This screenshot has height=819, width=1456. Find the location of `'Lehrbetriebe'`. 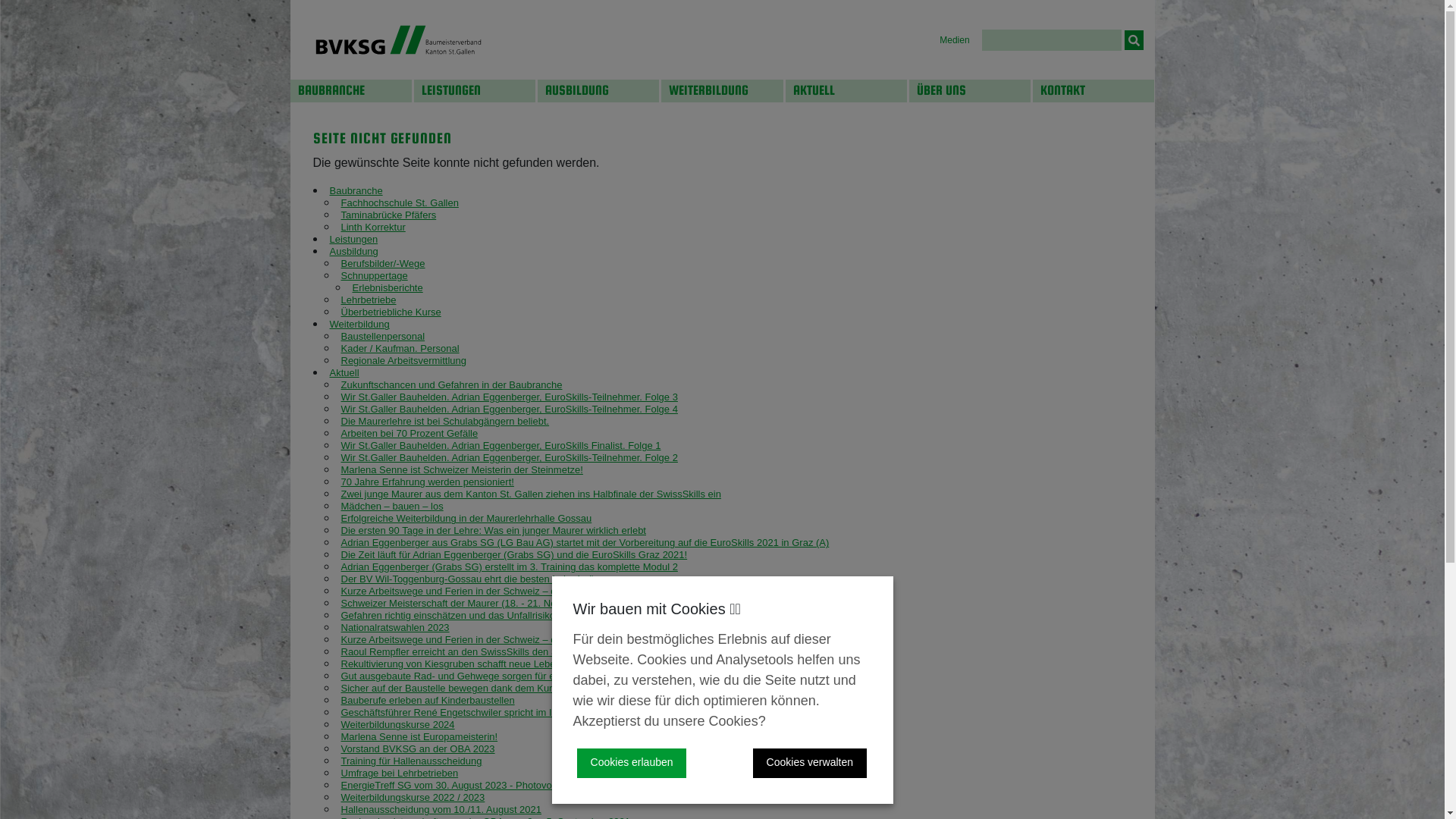

'Lehrbetriebe' is located at coordinates (369, 300).